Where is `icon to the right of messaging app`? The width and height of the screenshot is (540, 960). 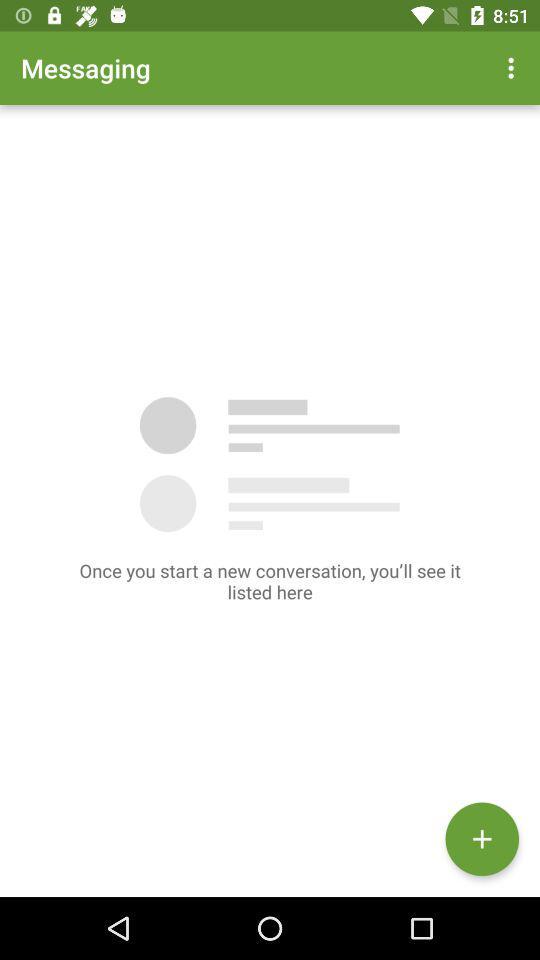
icon to the right of messaging app is located at coordinates (513, 68).